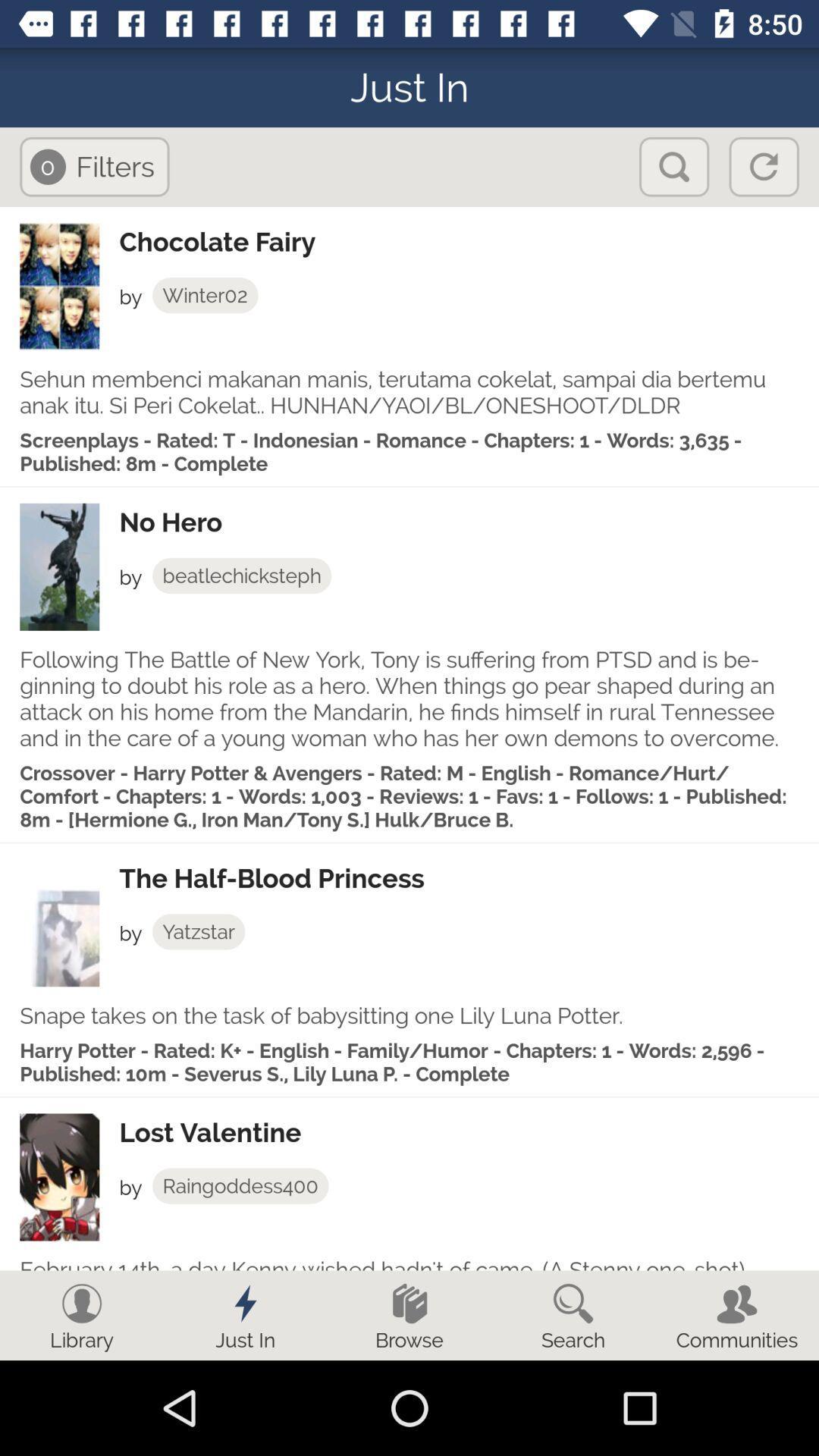 This screenshot has width=819, height=1456. What do you see at coordinates (241, 575) in the screenshot?
I see `the item below no hero app` at bounding box center [241, 575].